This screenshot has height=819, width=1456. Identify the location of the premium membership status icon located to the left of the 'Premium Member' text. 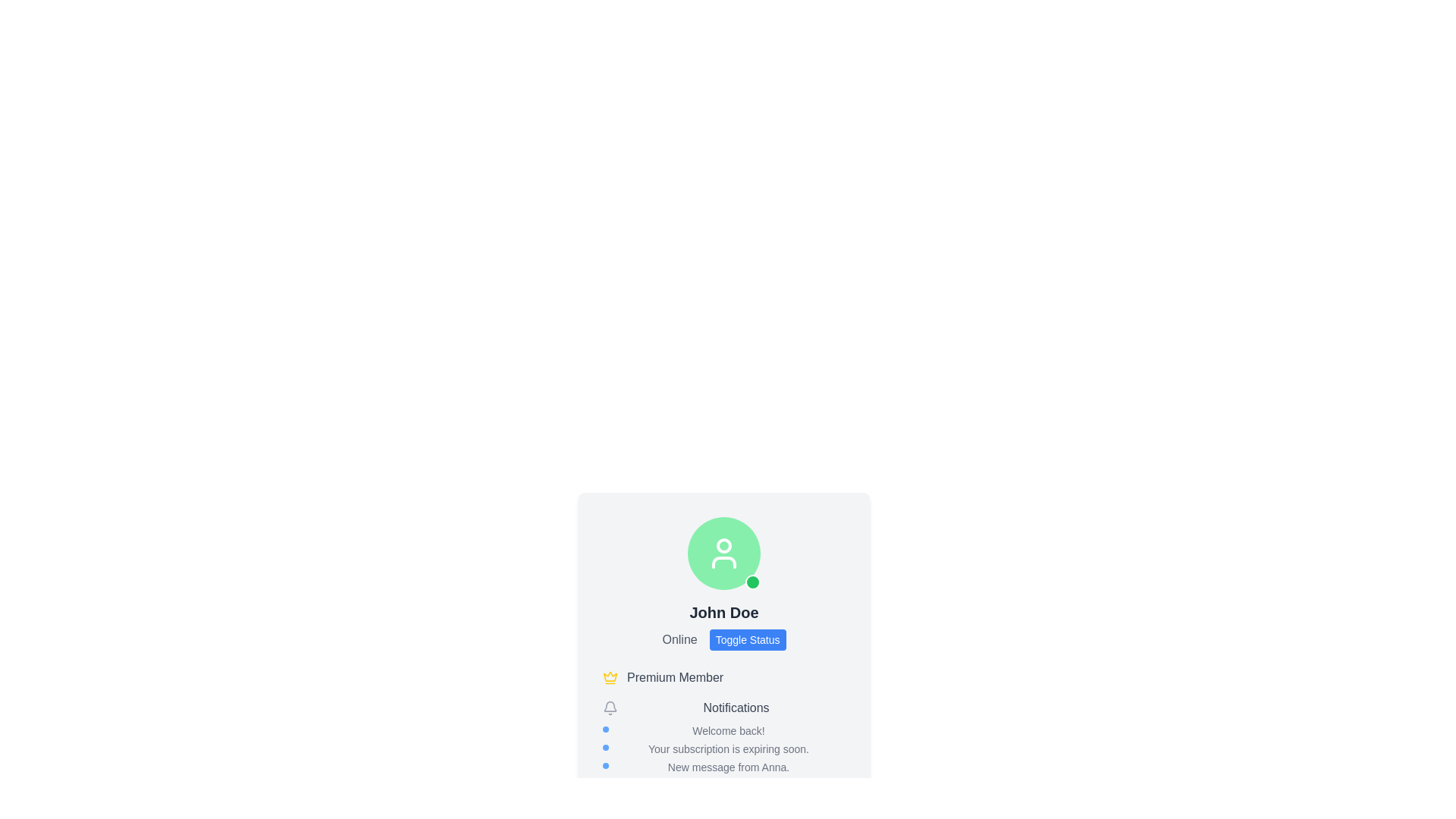
(610, 676).